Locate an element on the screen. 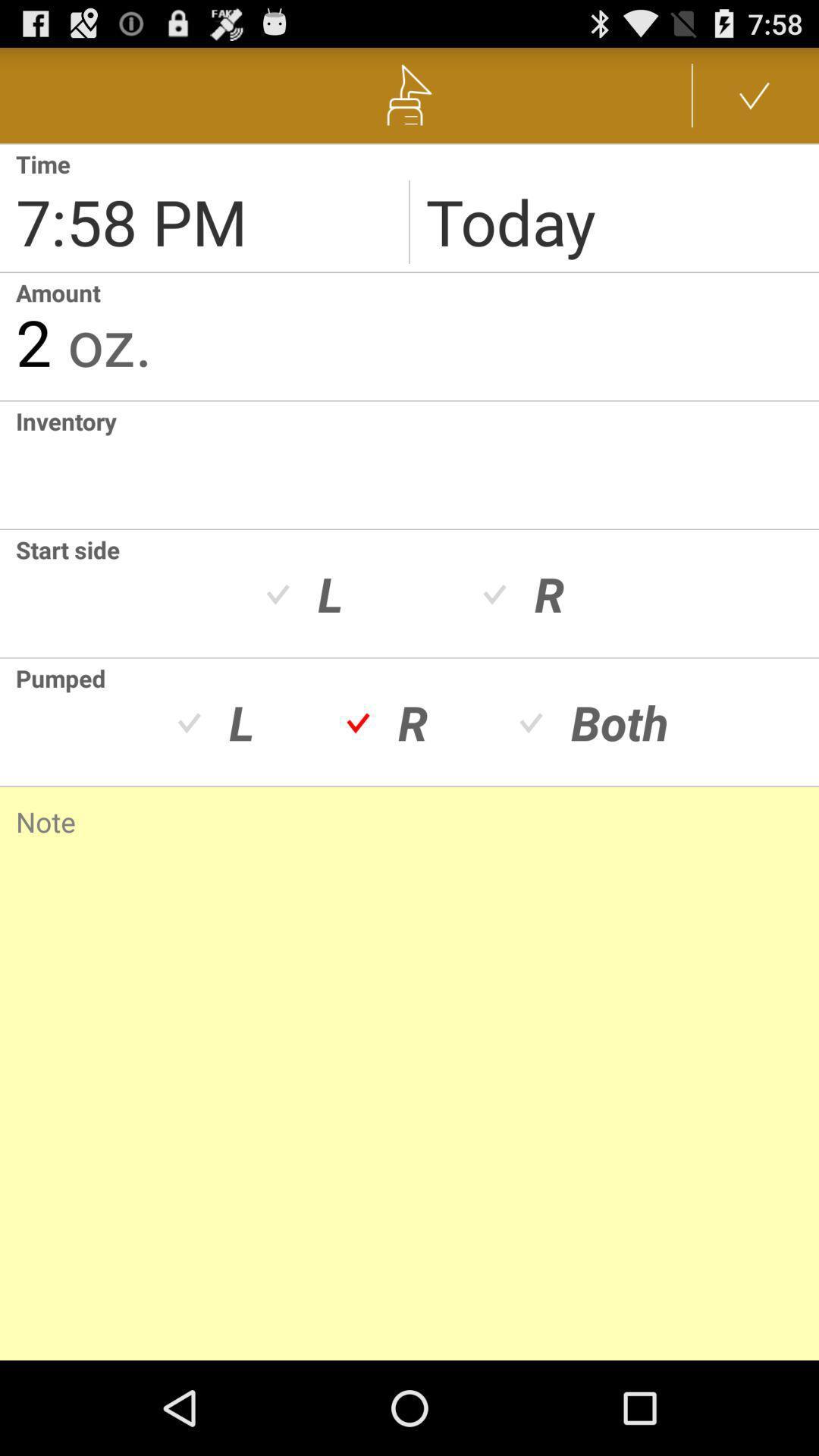  type inventory is located at coordinates (8, 464).